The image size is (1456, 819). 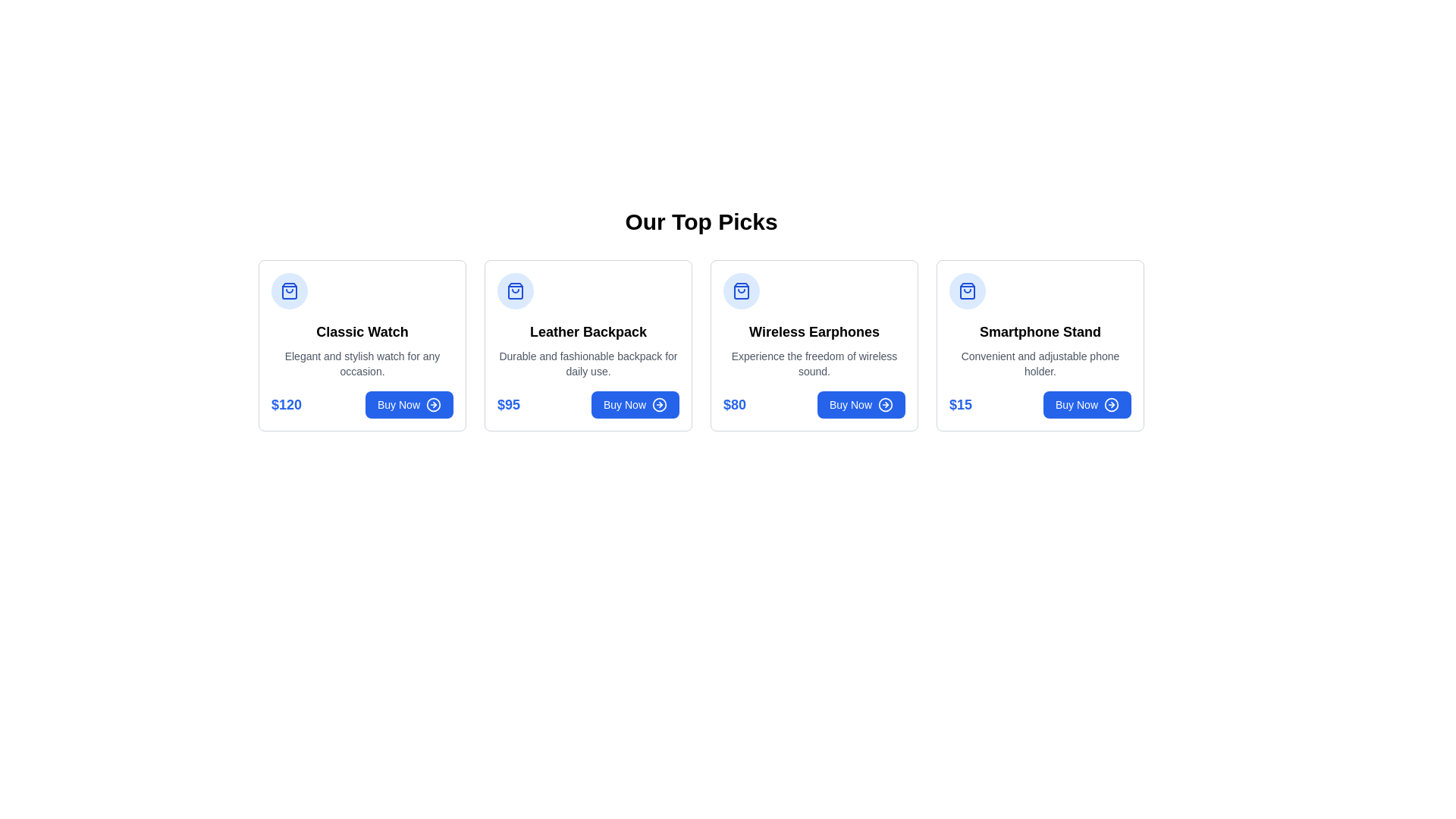 I want to click on the shopping bag icon within a circular blue background located in the upper-left corner of the 'Wireless Earphones' card, so click(x=742, y=291).